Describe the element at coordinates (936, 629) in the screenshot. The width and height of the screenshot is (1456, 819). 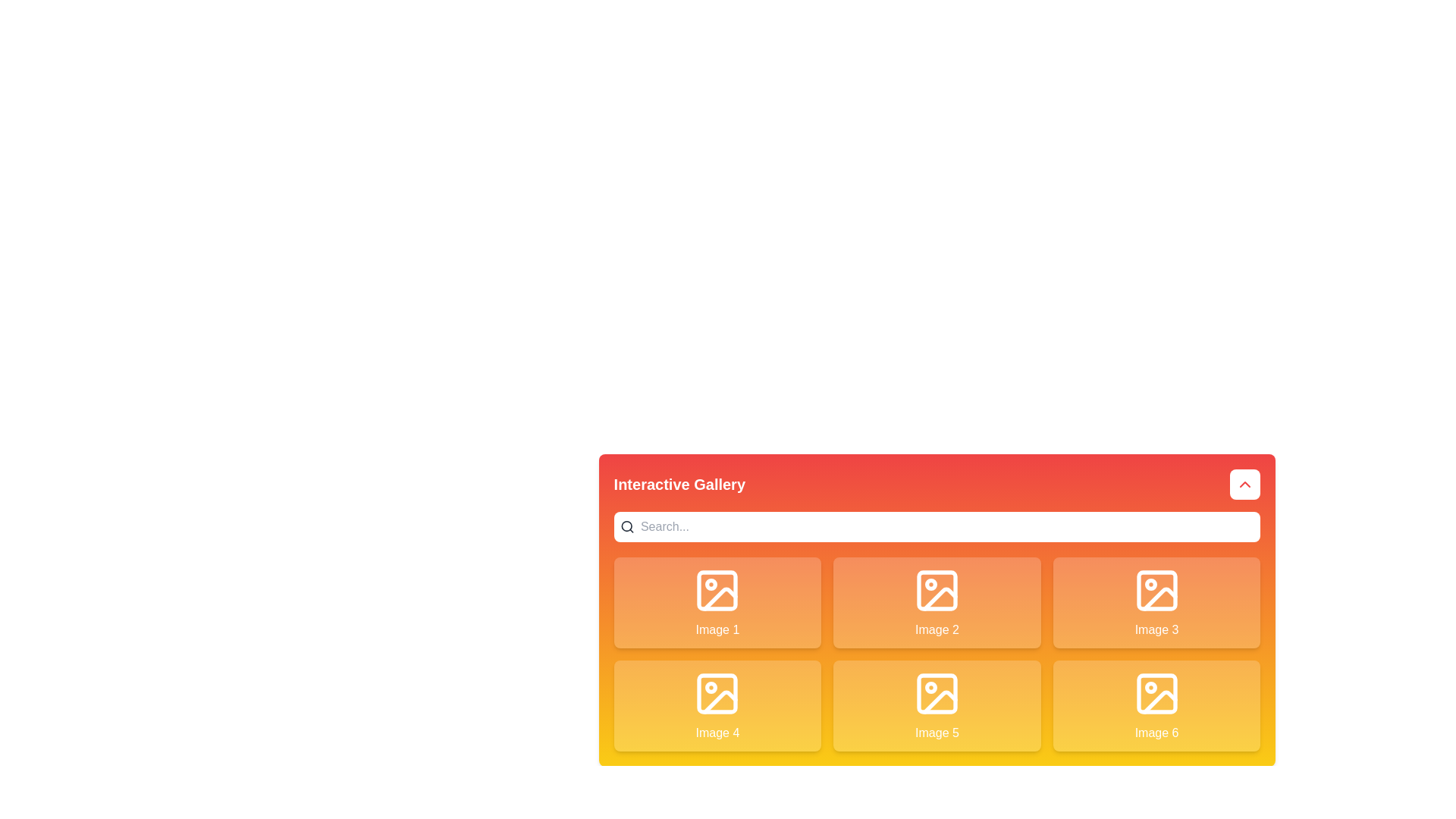
I see `the Text label that indicates the purpose or content of the associated image in the second tile of the top row of the image gallery` at that location.